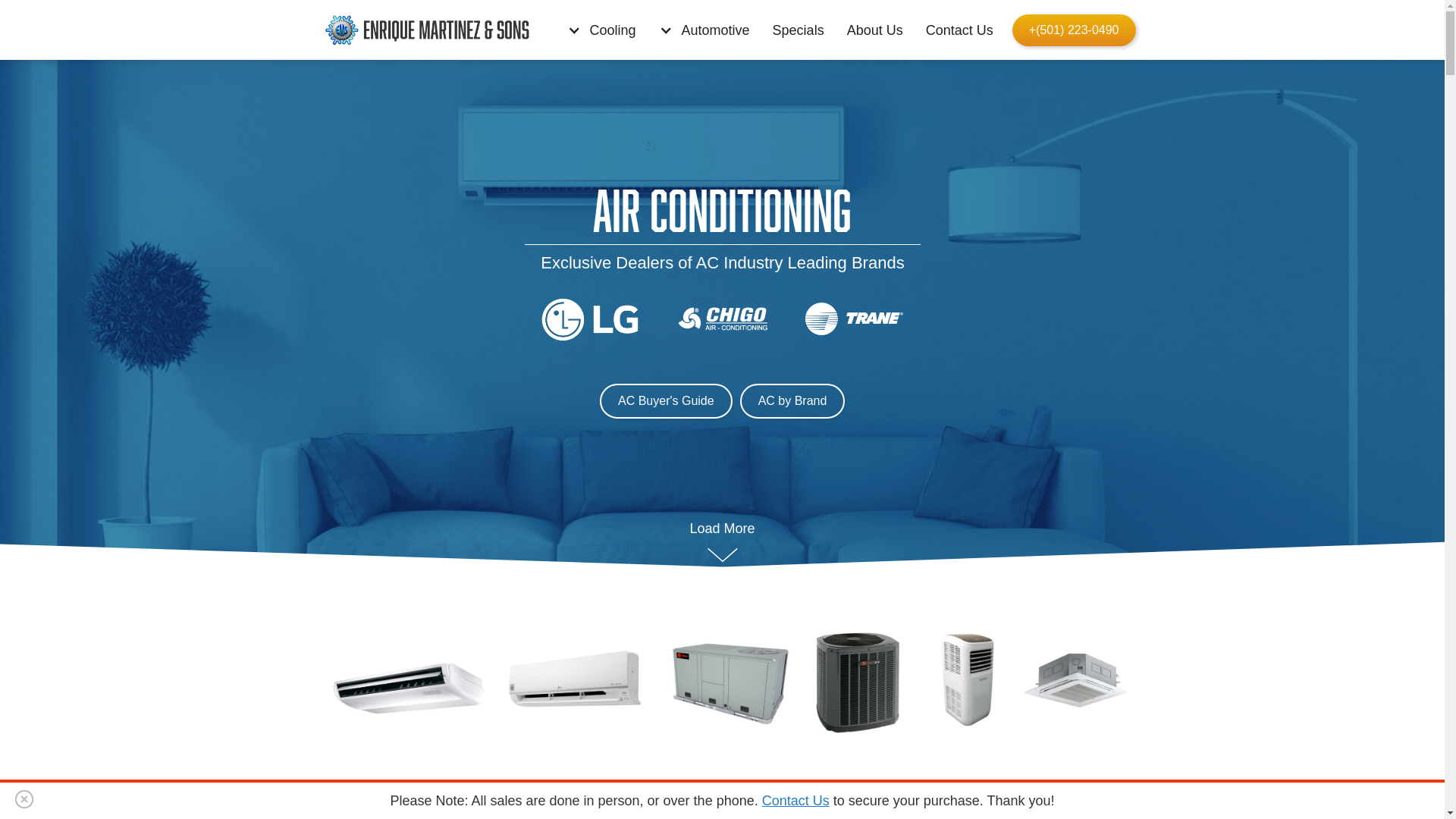 This screenshot has height=819, width=1456. I want to click on 'Specials', so click(801, 30).